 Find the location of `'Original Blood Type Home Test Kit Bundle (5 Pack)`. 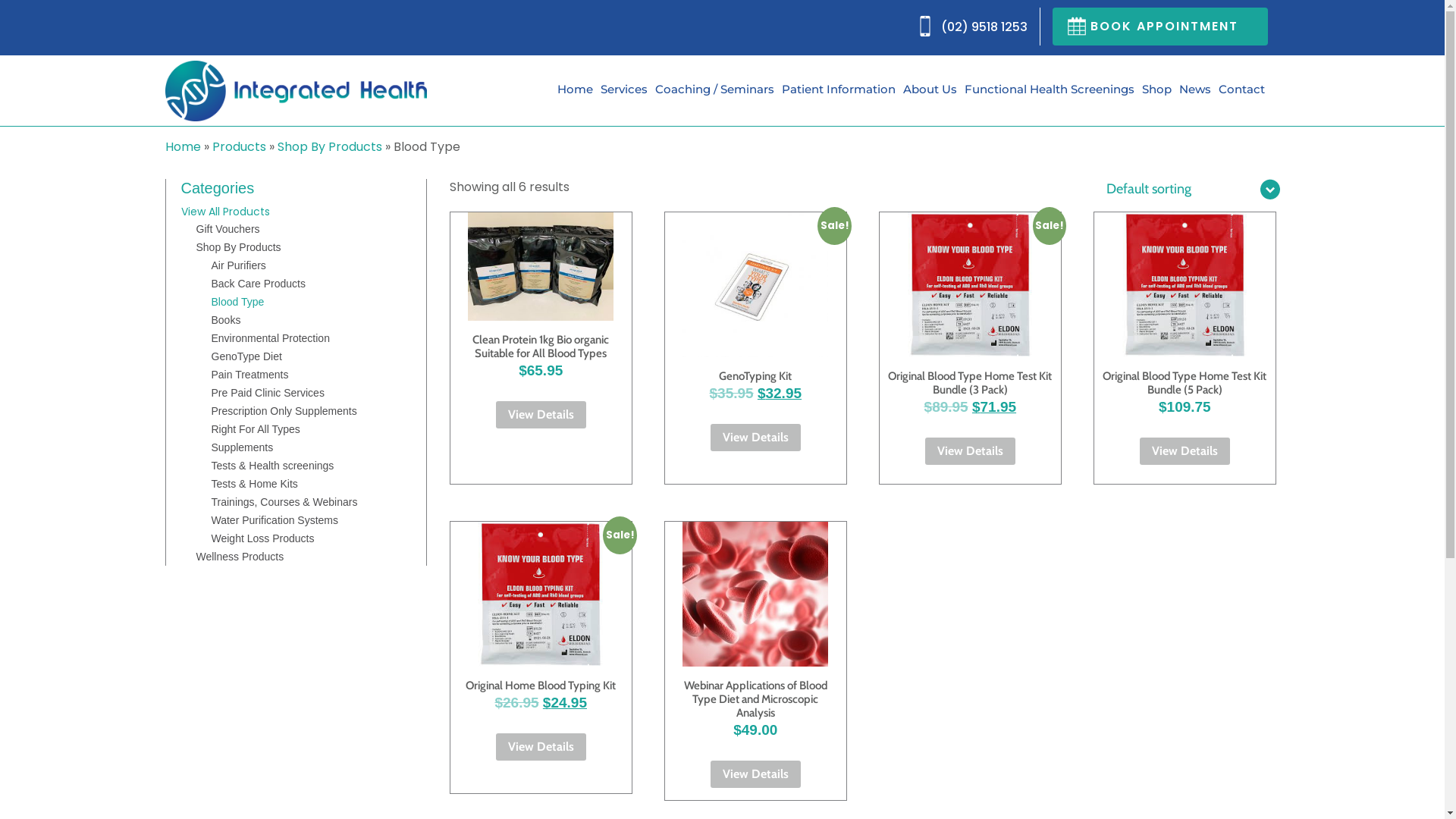

'Original Blood Type Home Test Kit Bundle (5 Pack) is located at coordinates (1184, 335).